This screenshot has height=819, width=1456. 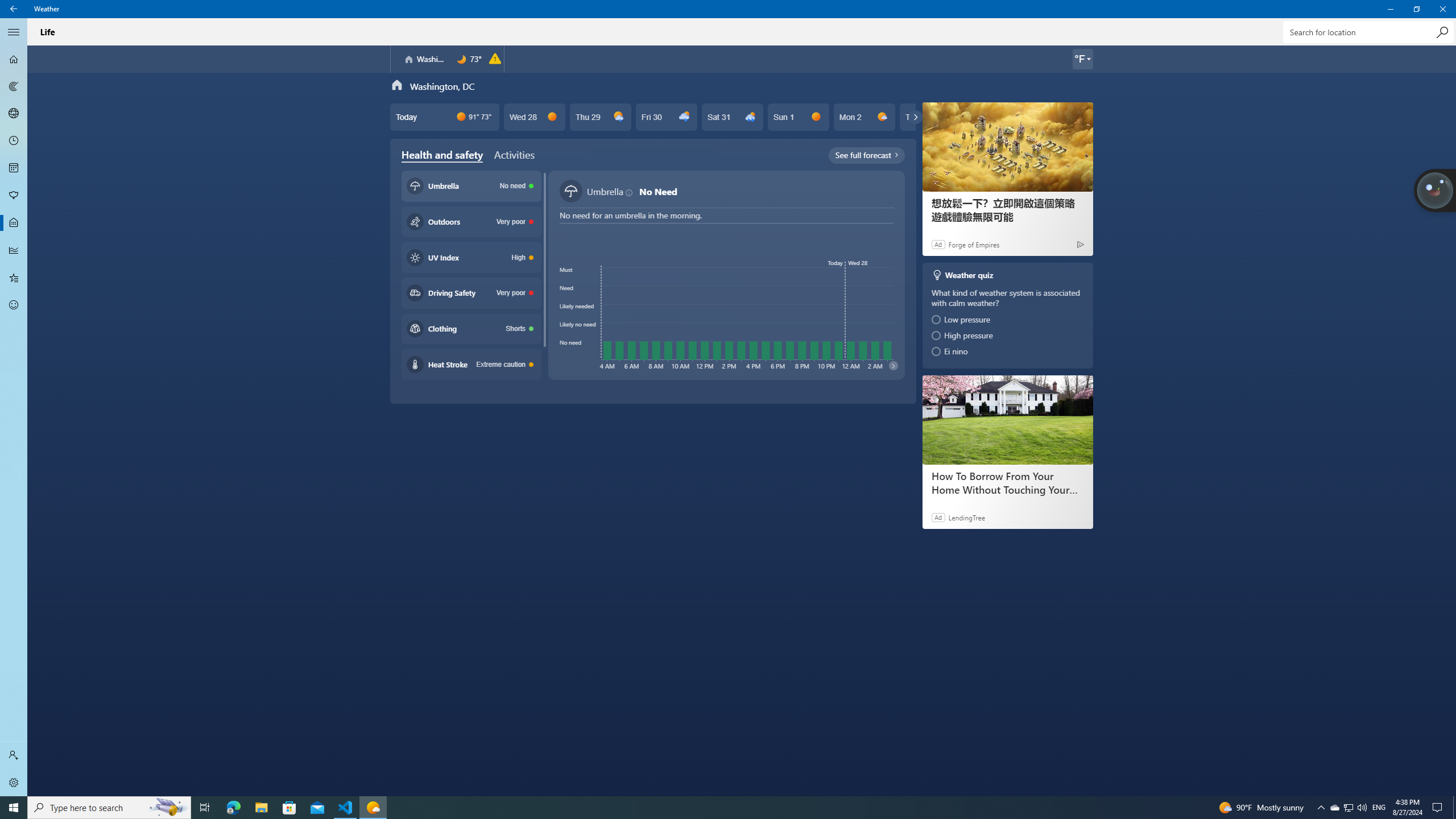 What do you see at coordinates (14, 305) in the screenshot?
I see `'Send Feedback - Not Selected'` at bounding box center [14, 305].